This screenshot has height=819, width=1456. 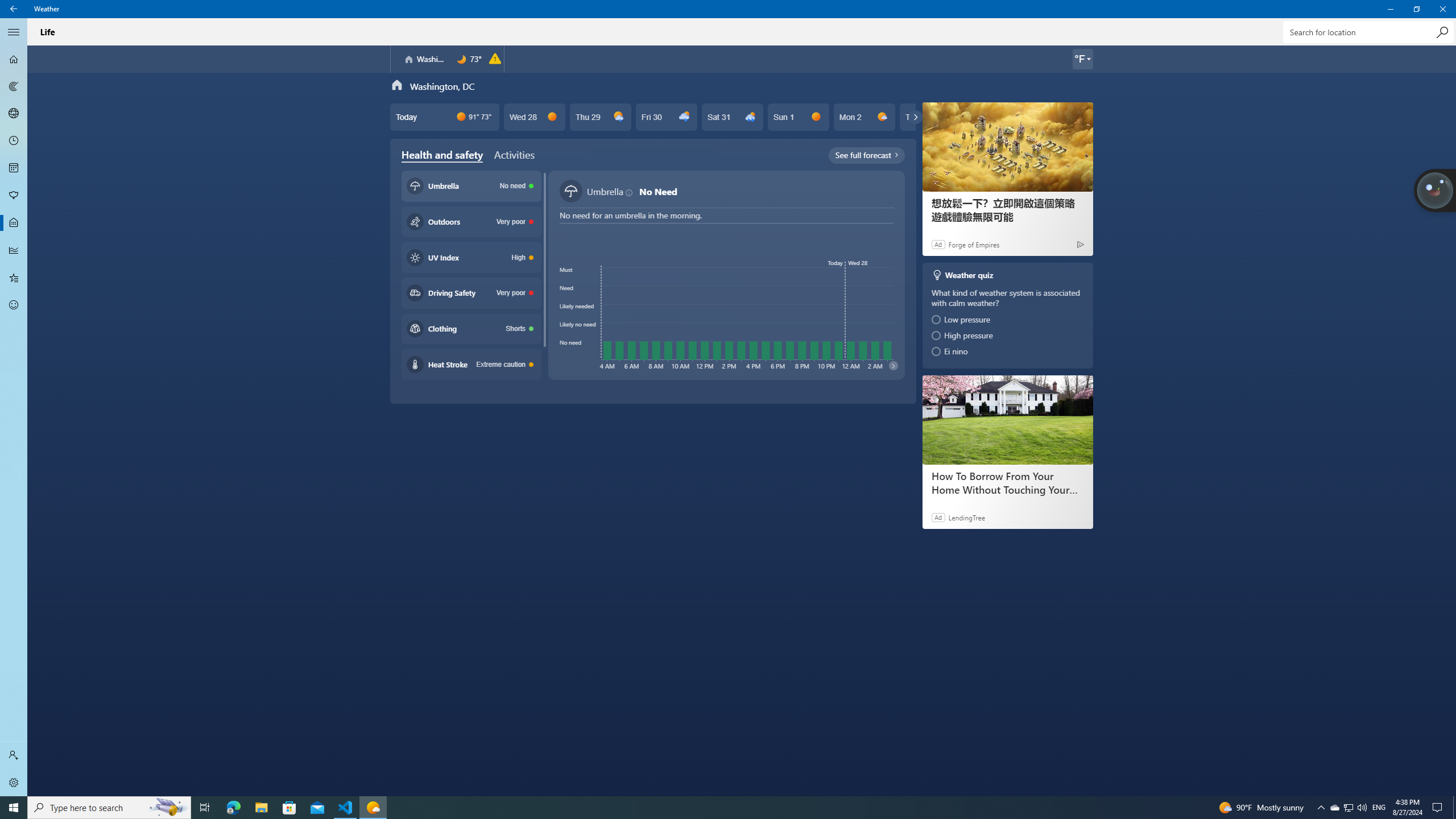 What do you see at coordinates (14, 305) in the screenshot?
I see `'Send Feedback - Not Selected'` at bounding box center [14, 305].